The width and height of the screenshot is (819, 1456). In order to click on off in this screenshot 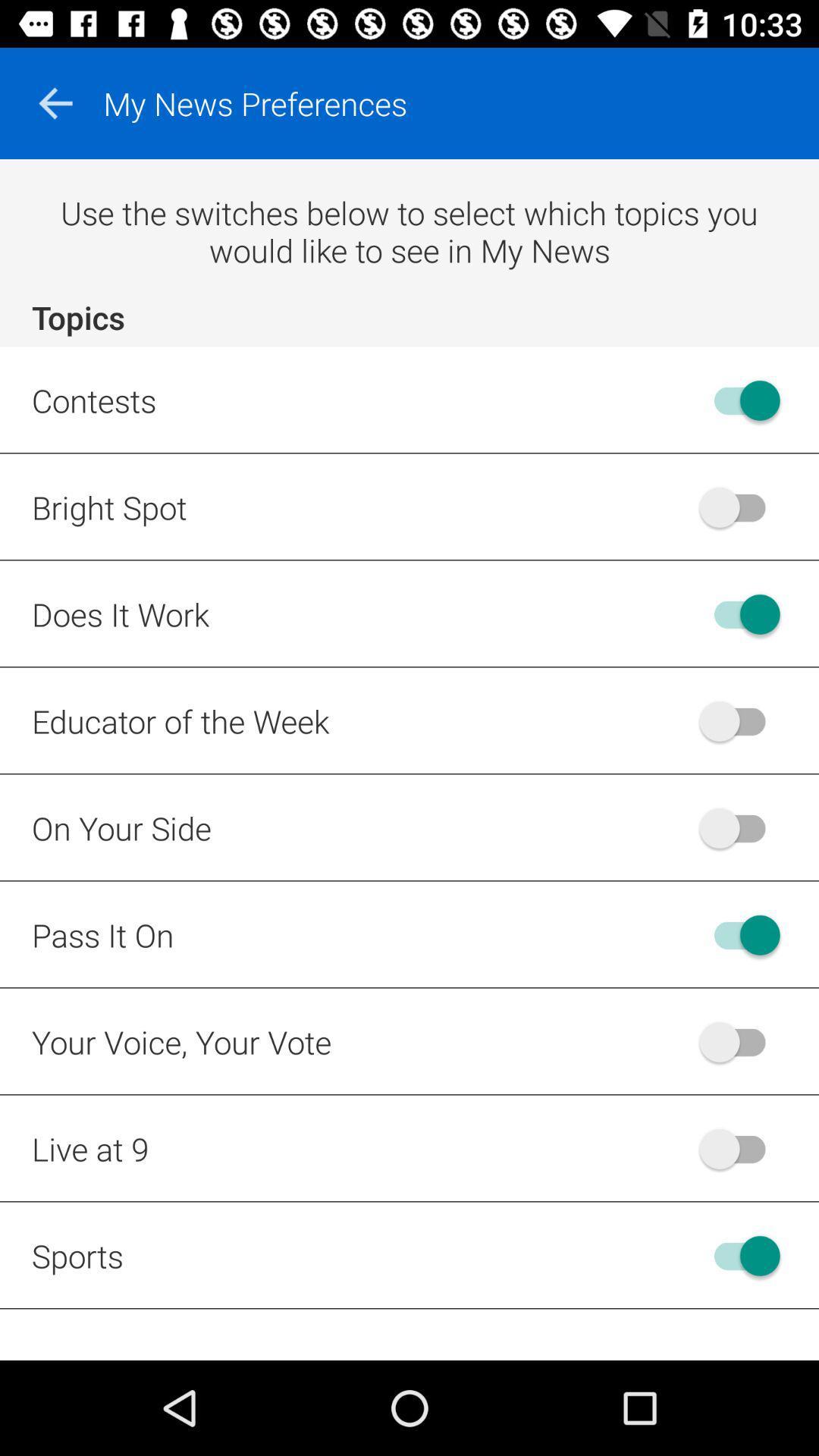, I will do `click(739, 507)`.